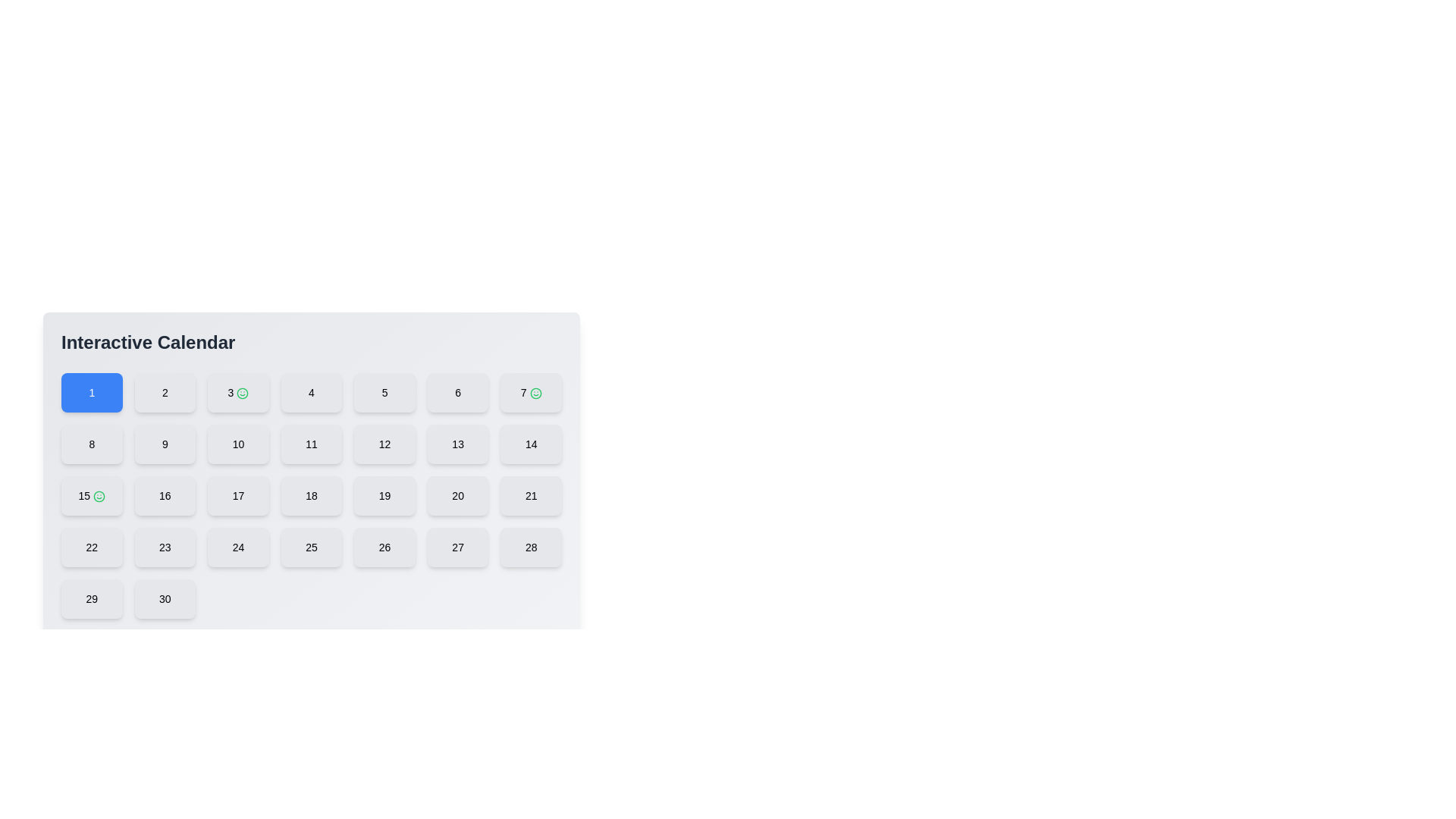 This screenshot has width=1456, height=819. What do you see at coordinates (237, 547) in the screenshot?
I see `the button representing the 24th day in the calendar interface` at bounding box center [237, 547].